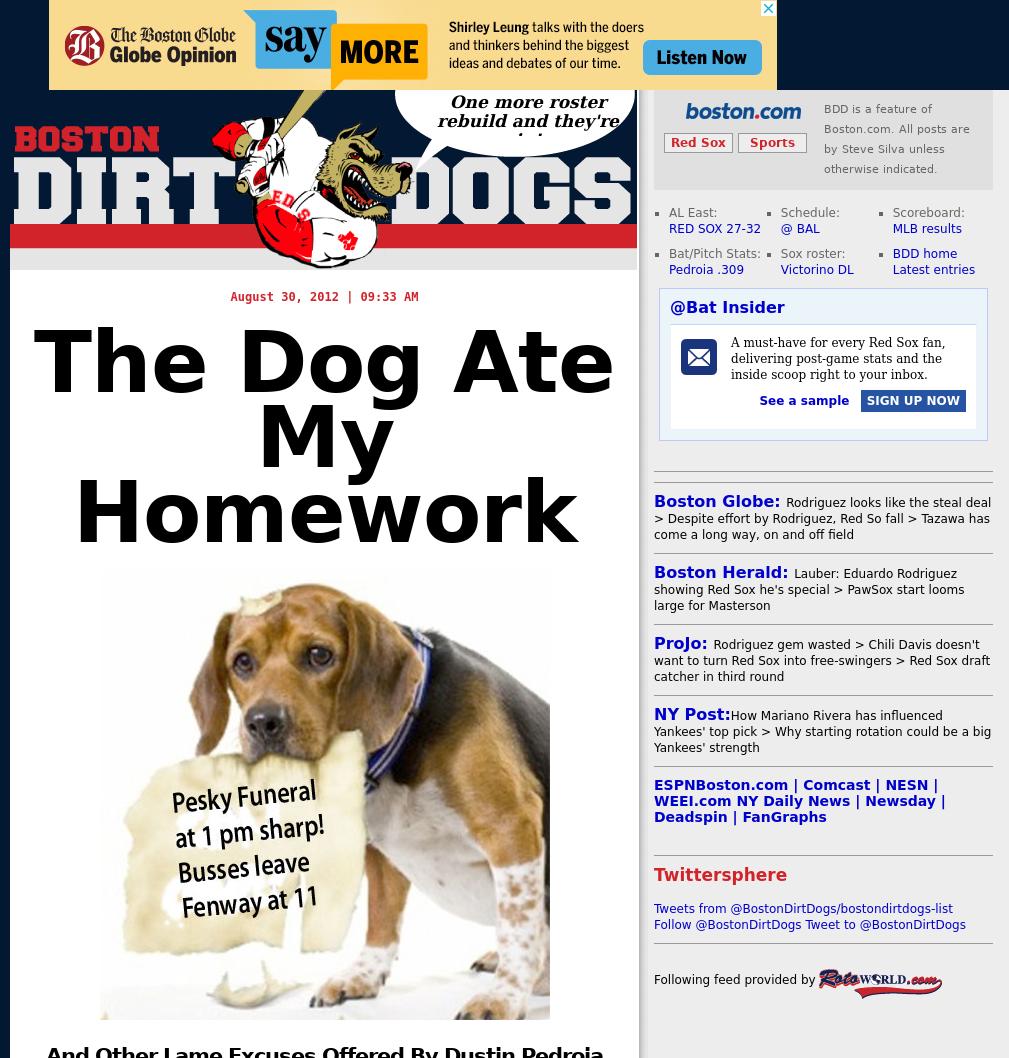  What do you see at coordinates (714, 228) in the screenshot?
I see `'RED SOX 27-32'` at bounding box center [714, 228].